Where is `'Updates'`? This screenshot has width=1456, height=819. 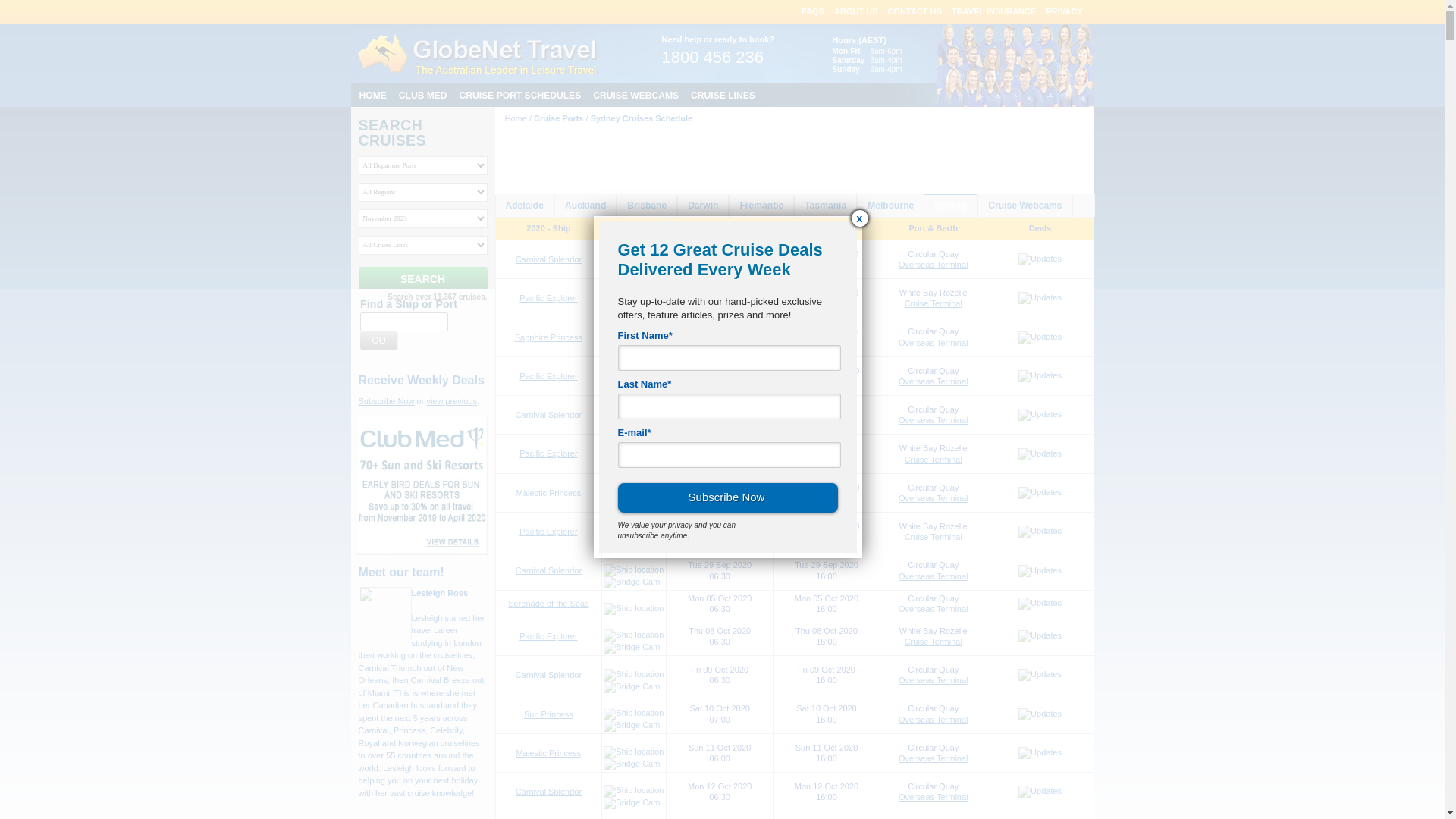 'Updates' is located at coordinates (1039, 714).